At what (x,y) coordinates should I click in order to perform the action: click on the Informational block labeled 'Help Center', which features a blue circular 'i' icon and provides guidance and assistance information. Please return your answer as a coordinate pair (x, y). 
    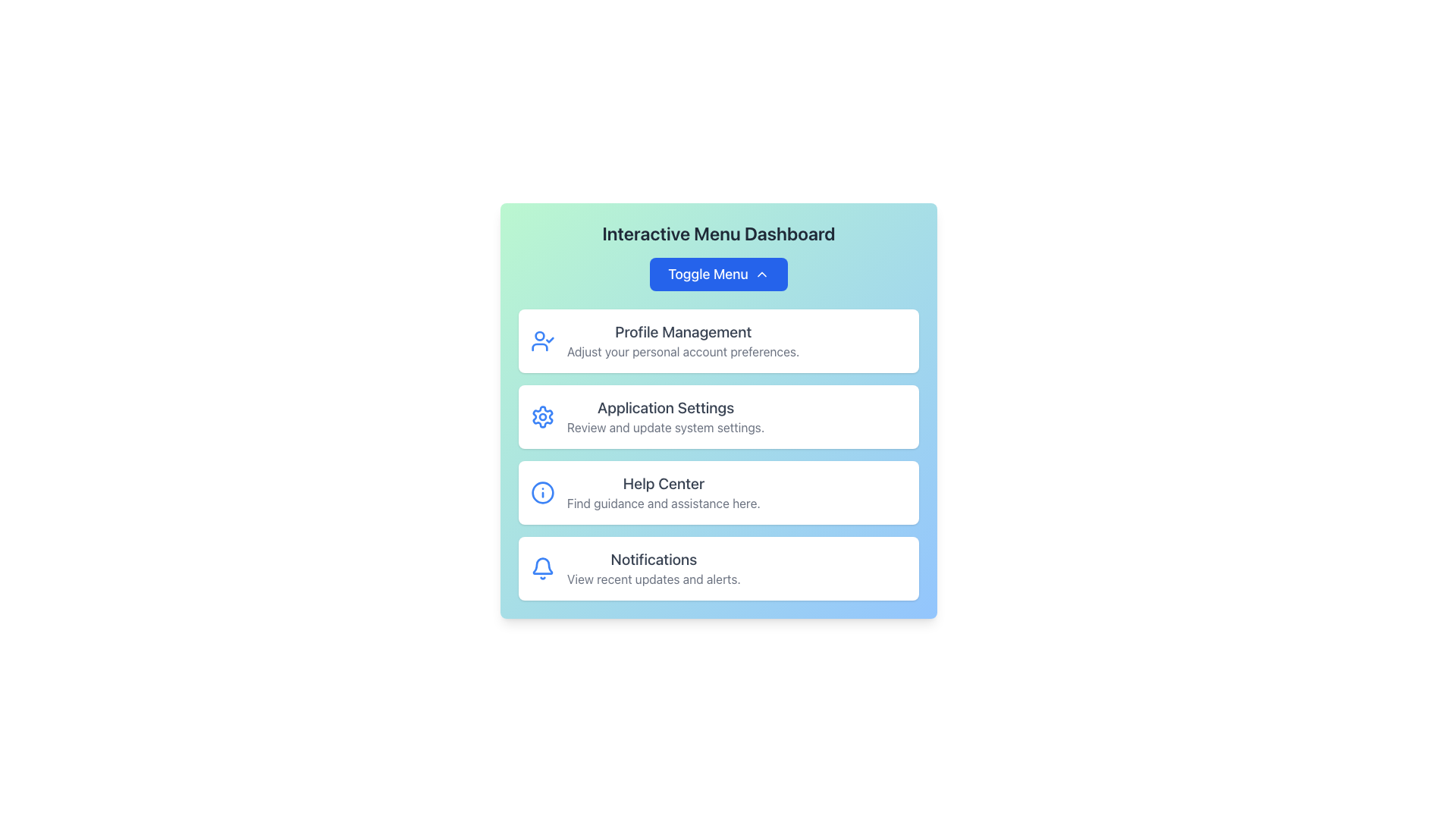
    Looking at the image, I should click on (718, 493).